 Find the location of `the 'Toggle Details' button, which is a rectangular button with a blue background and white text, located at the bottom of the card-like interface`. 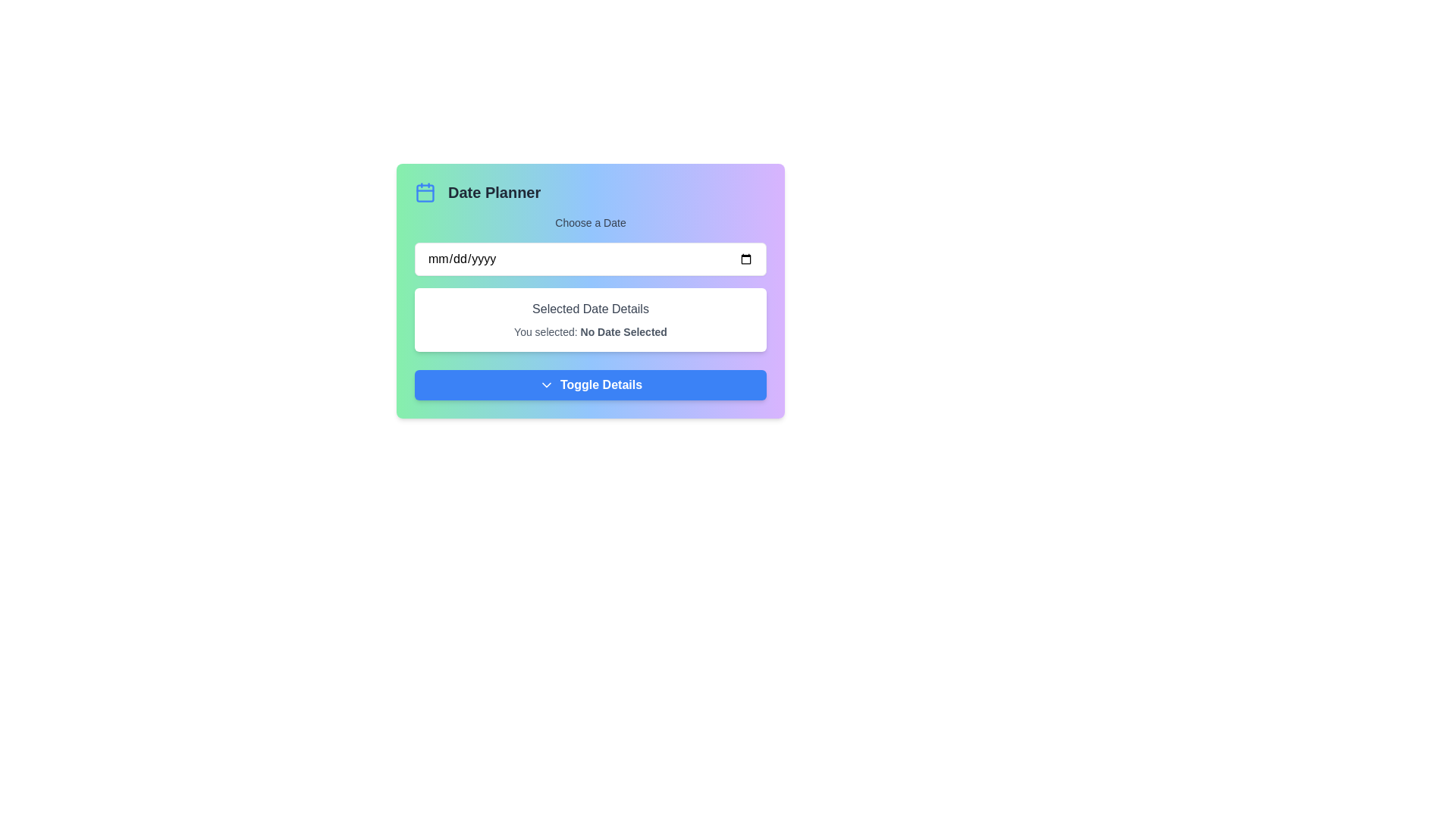

the 'Toggle Details' button, which is a rectangular button with a blue background and white text, located at the bottom of the card-like interface is located at coordinates (589, 384).